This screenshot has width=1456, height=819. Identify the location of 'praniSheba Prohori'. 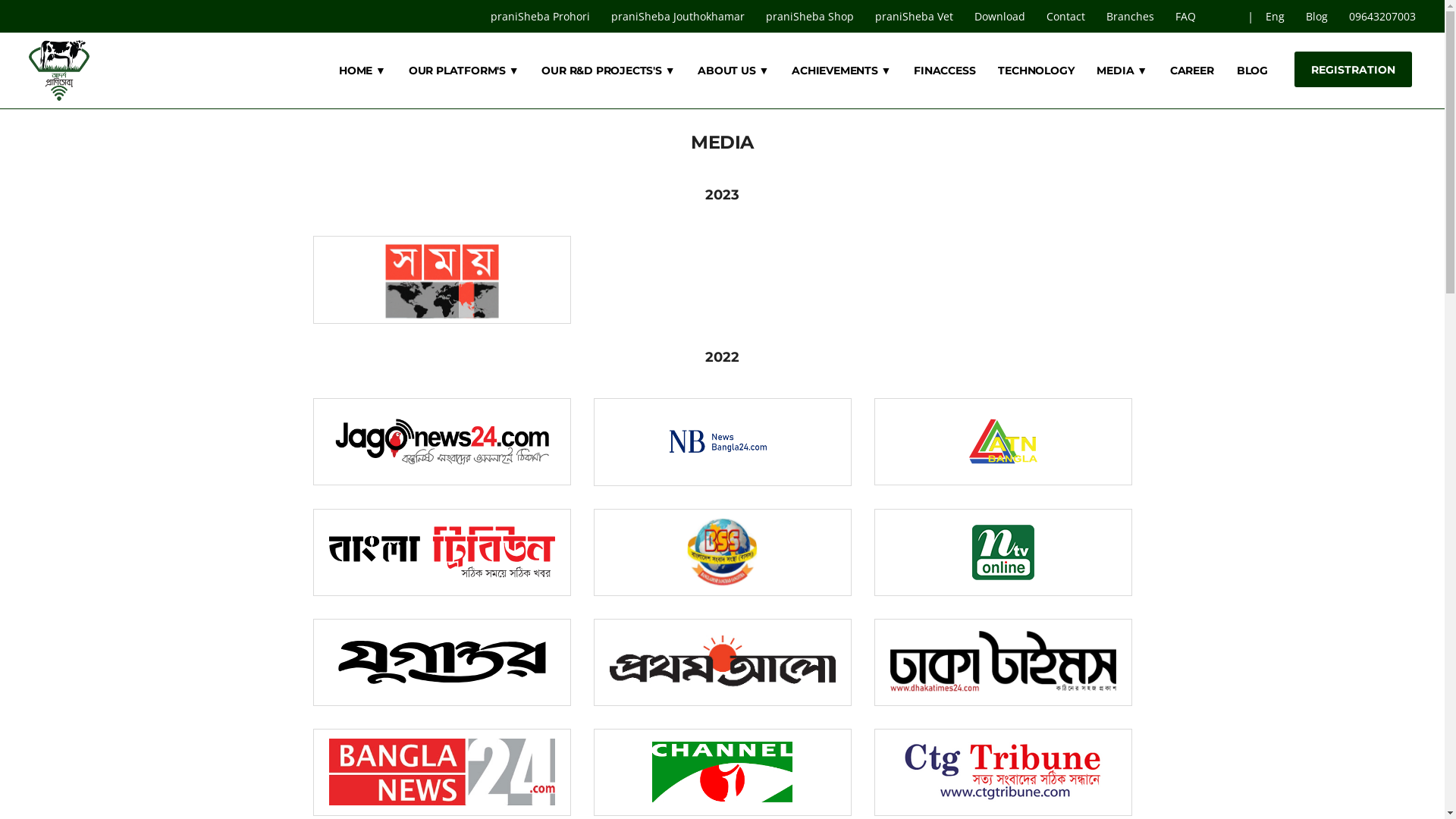
(480, 16).